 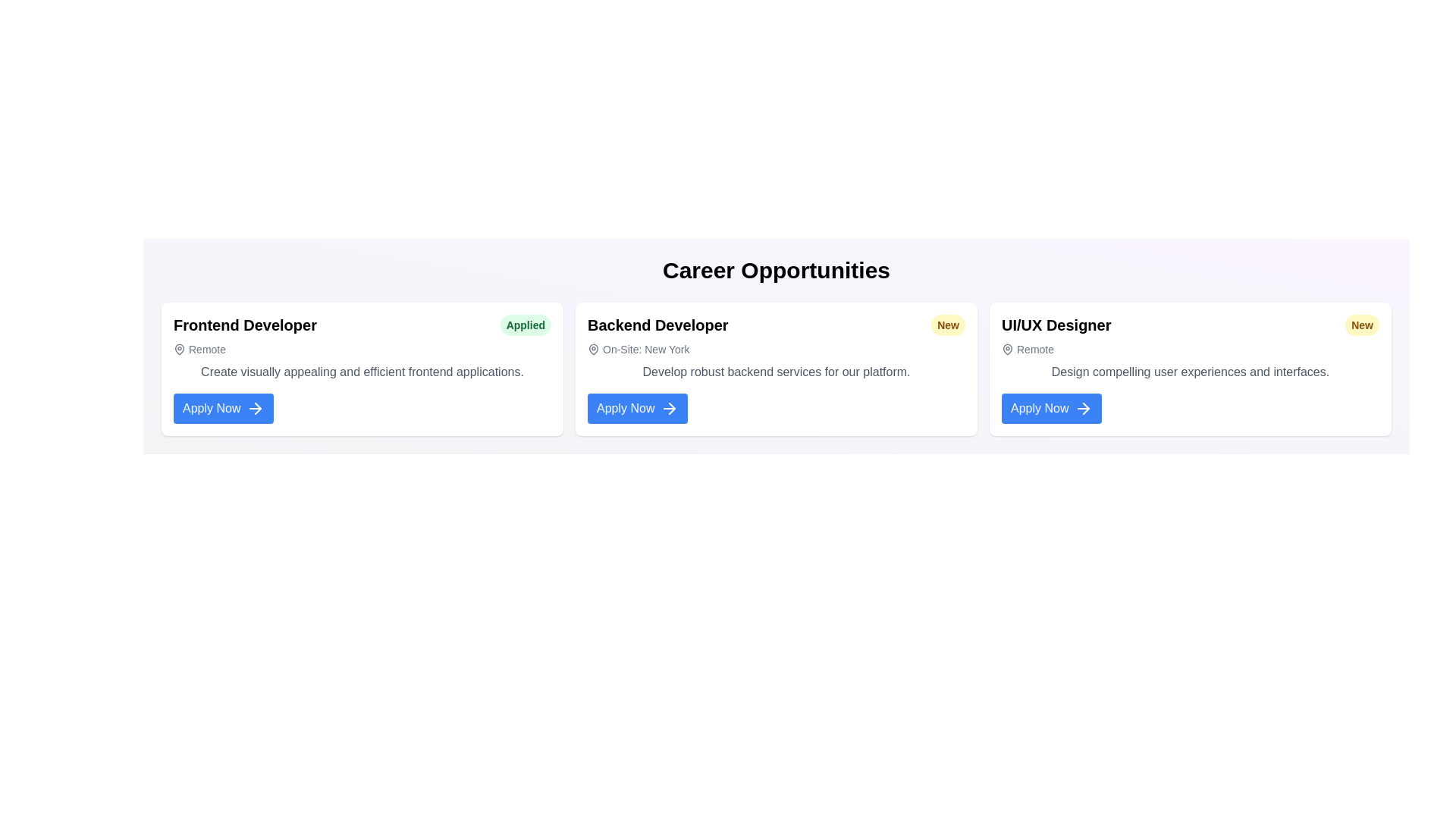 What do you see at coordinates (179, 350) in the screenshot?
I see `the compact map pin icon located next to the 'Remote' text in the first job section titled 'Frontend Developer'` at bounding box center [179, 350].